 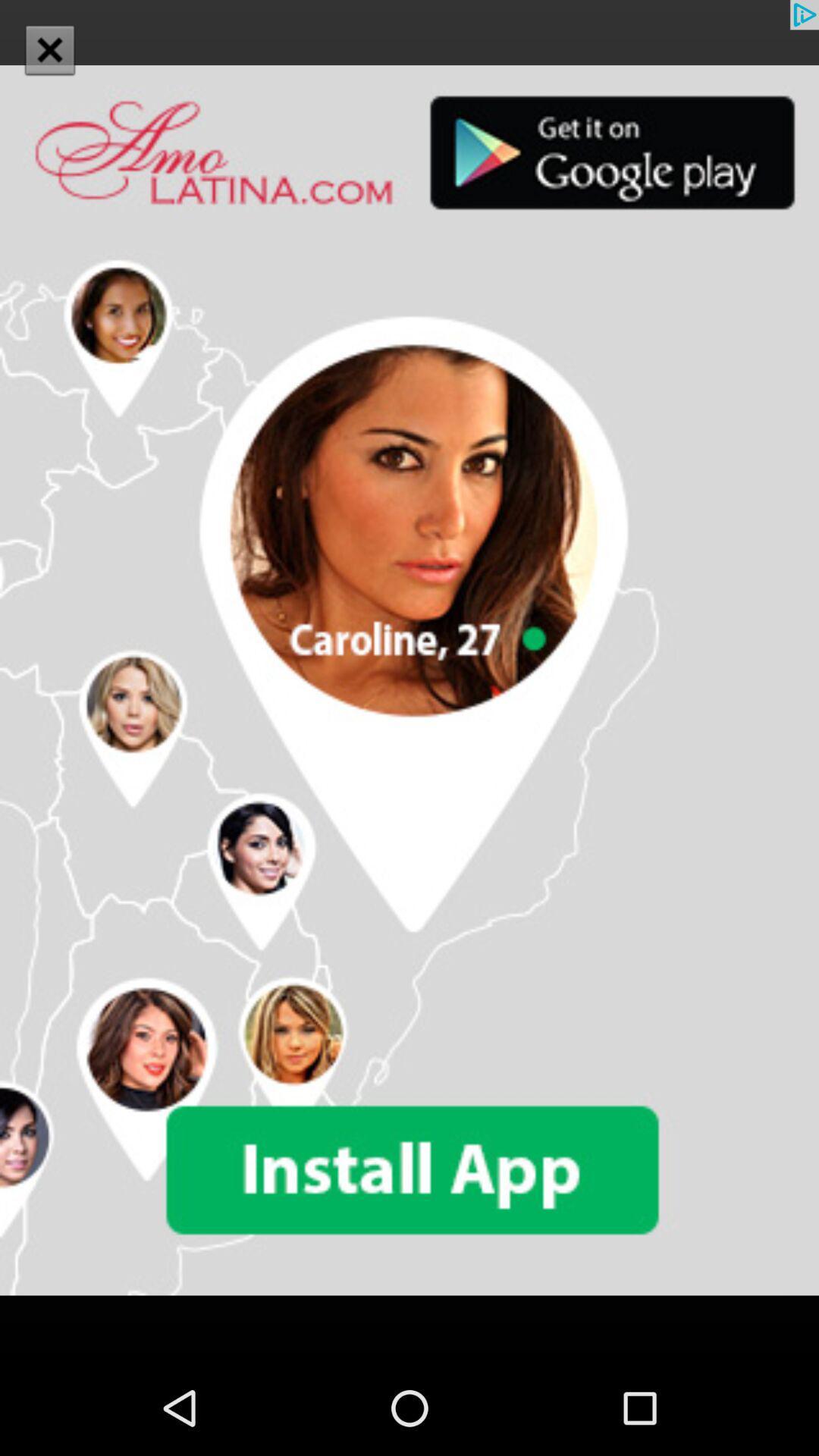 I want to click on the close icon, so click(x=49, y=53).